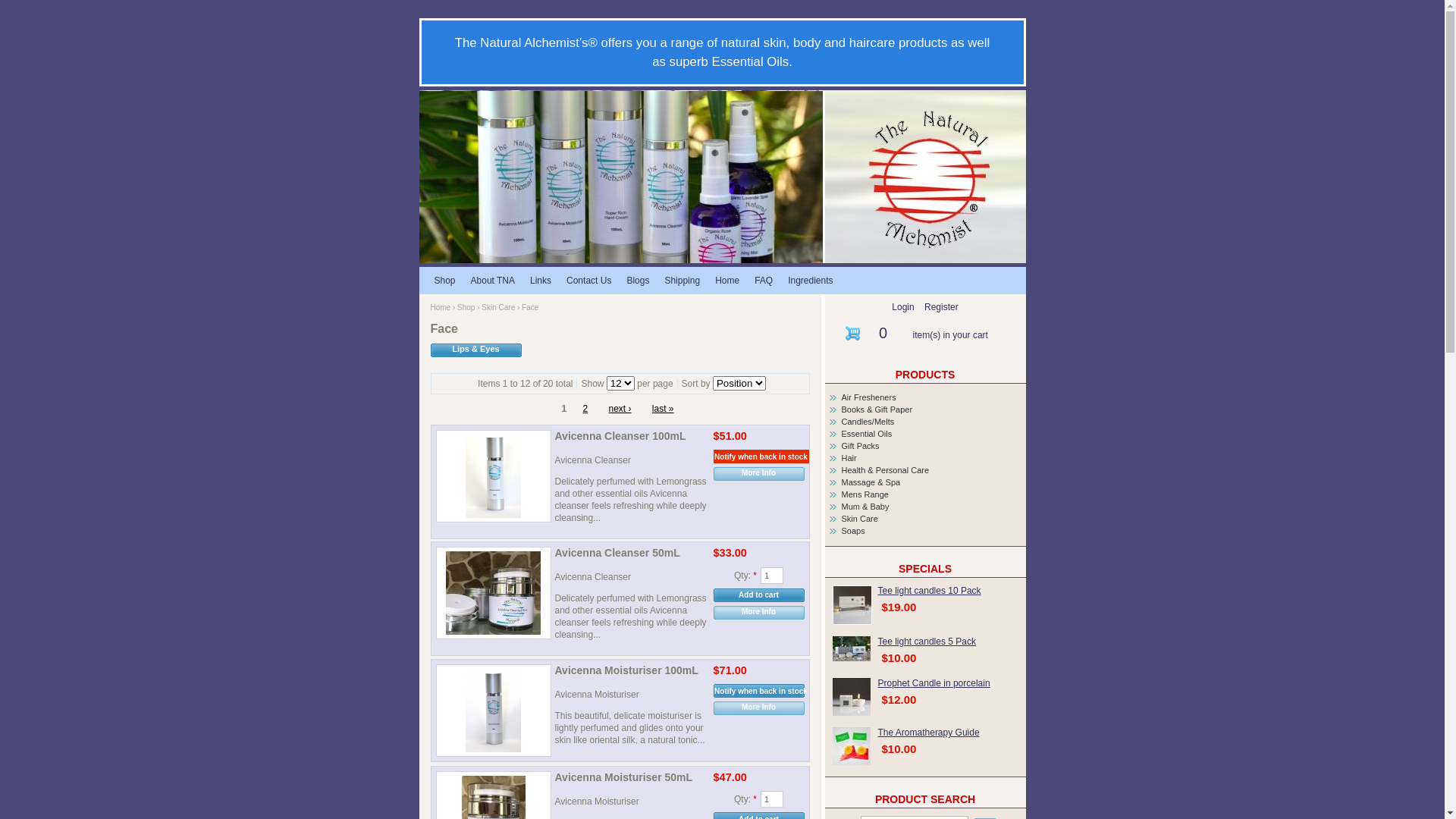 The width and height of the screenshot is (1456, 819). Describe the element at coordinates (867, 433) in the screenshot. I see `'Essential Oils'` at that location.